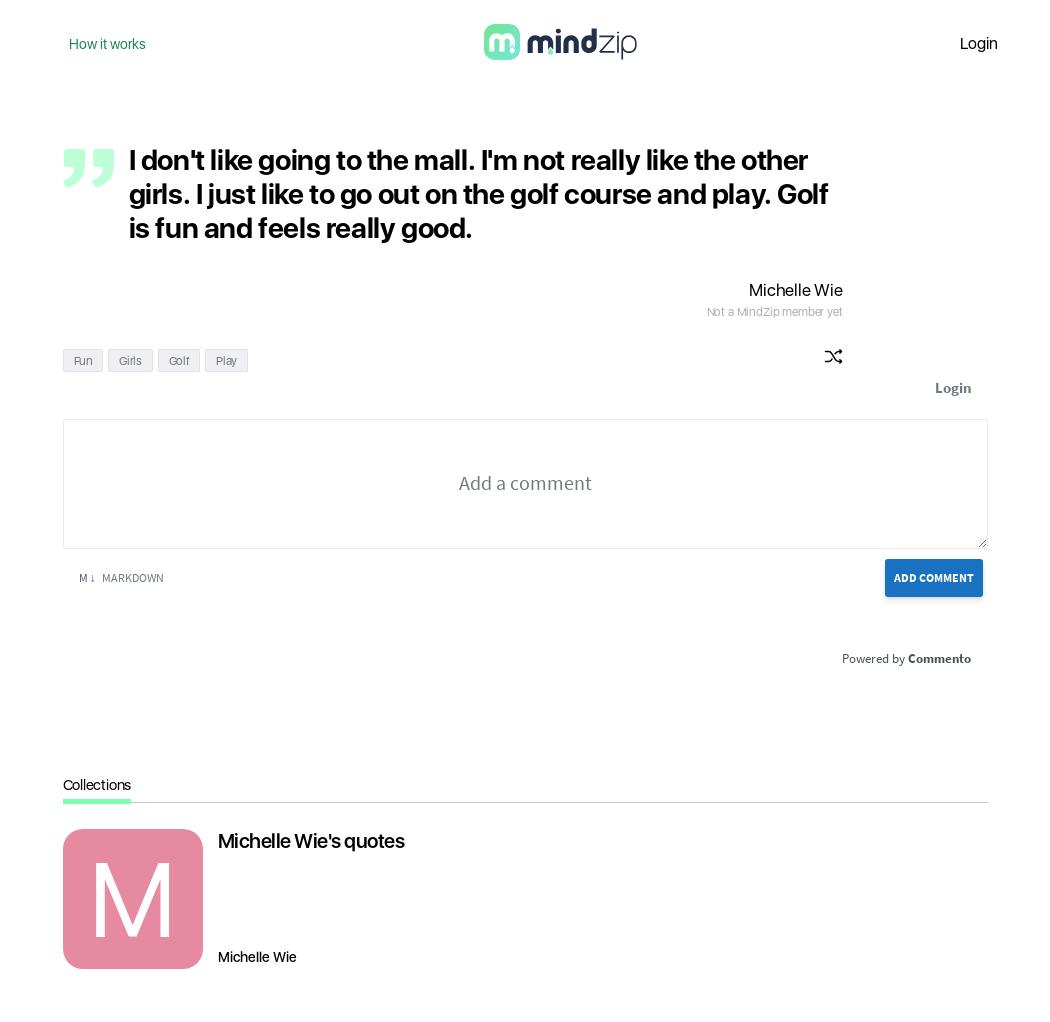 This screenshot has width=1050, height=1022. I want to click on 'Michelle Wie's quotes', so click(310, 841).